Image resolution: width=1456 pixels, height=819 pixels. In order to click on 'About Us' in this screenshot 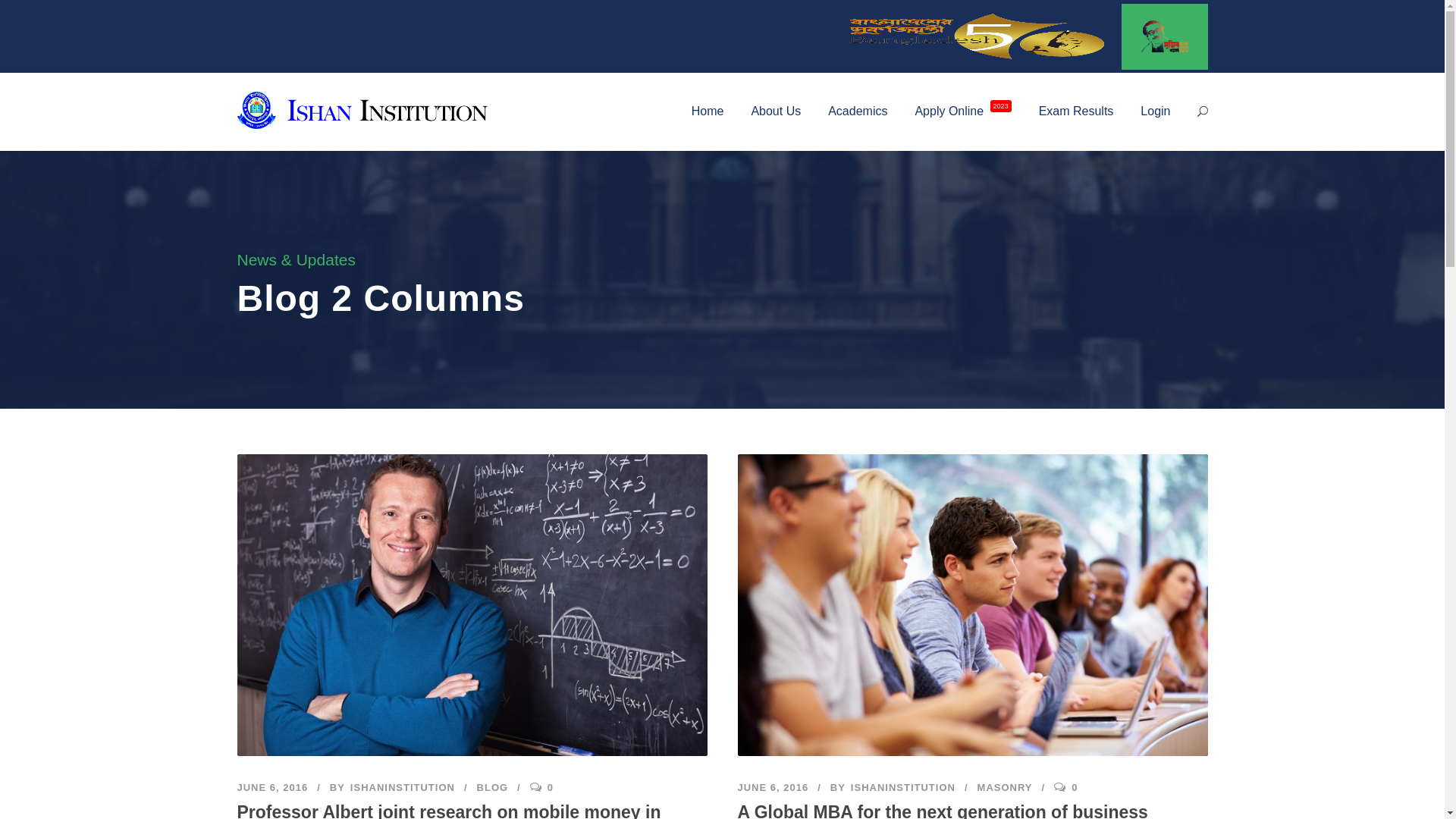, I will do `click(775, 123)`.